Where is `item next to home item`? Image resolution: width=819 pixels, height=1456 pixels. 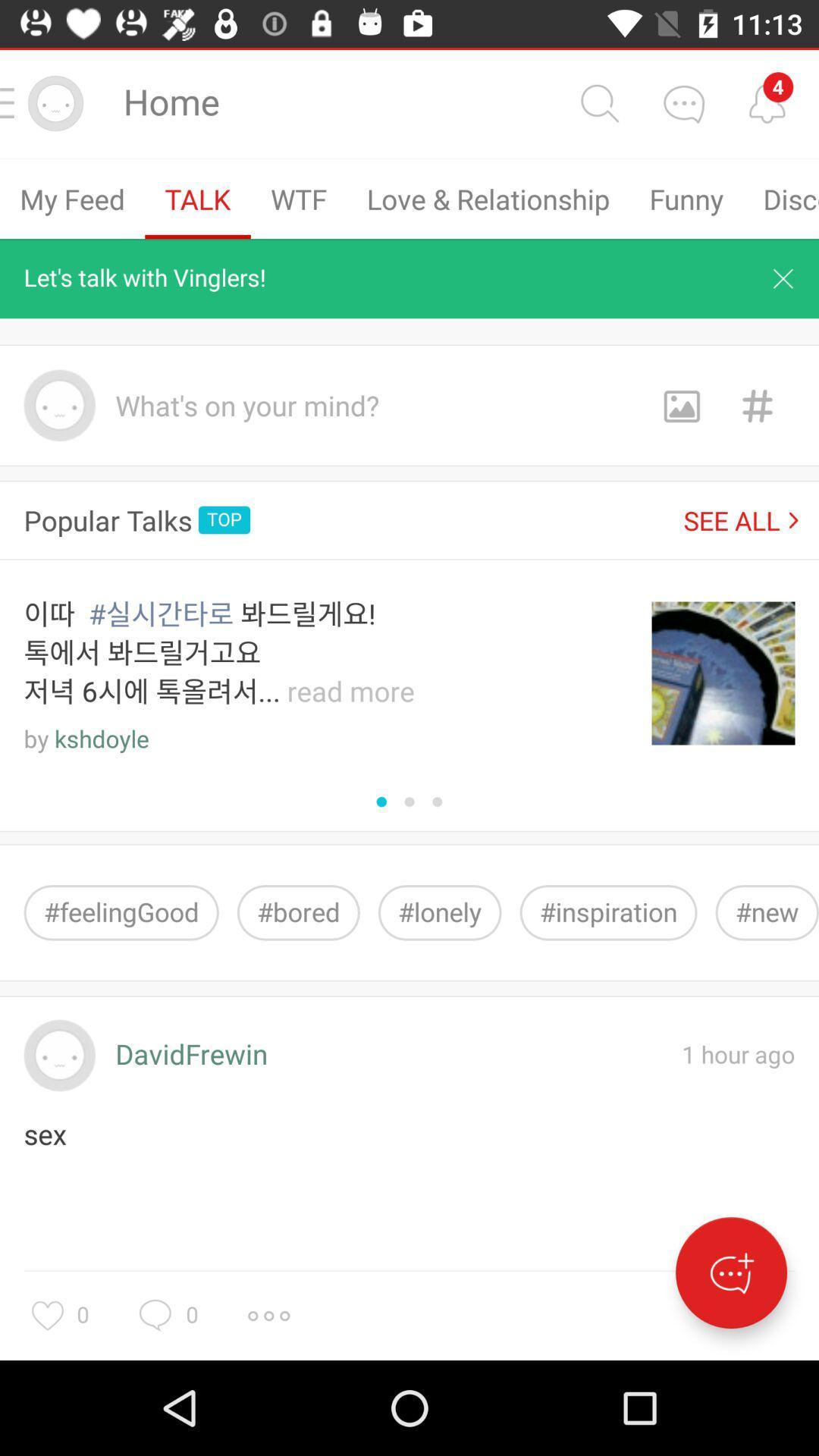
item next to home item is located at coordinates (598, 102).